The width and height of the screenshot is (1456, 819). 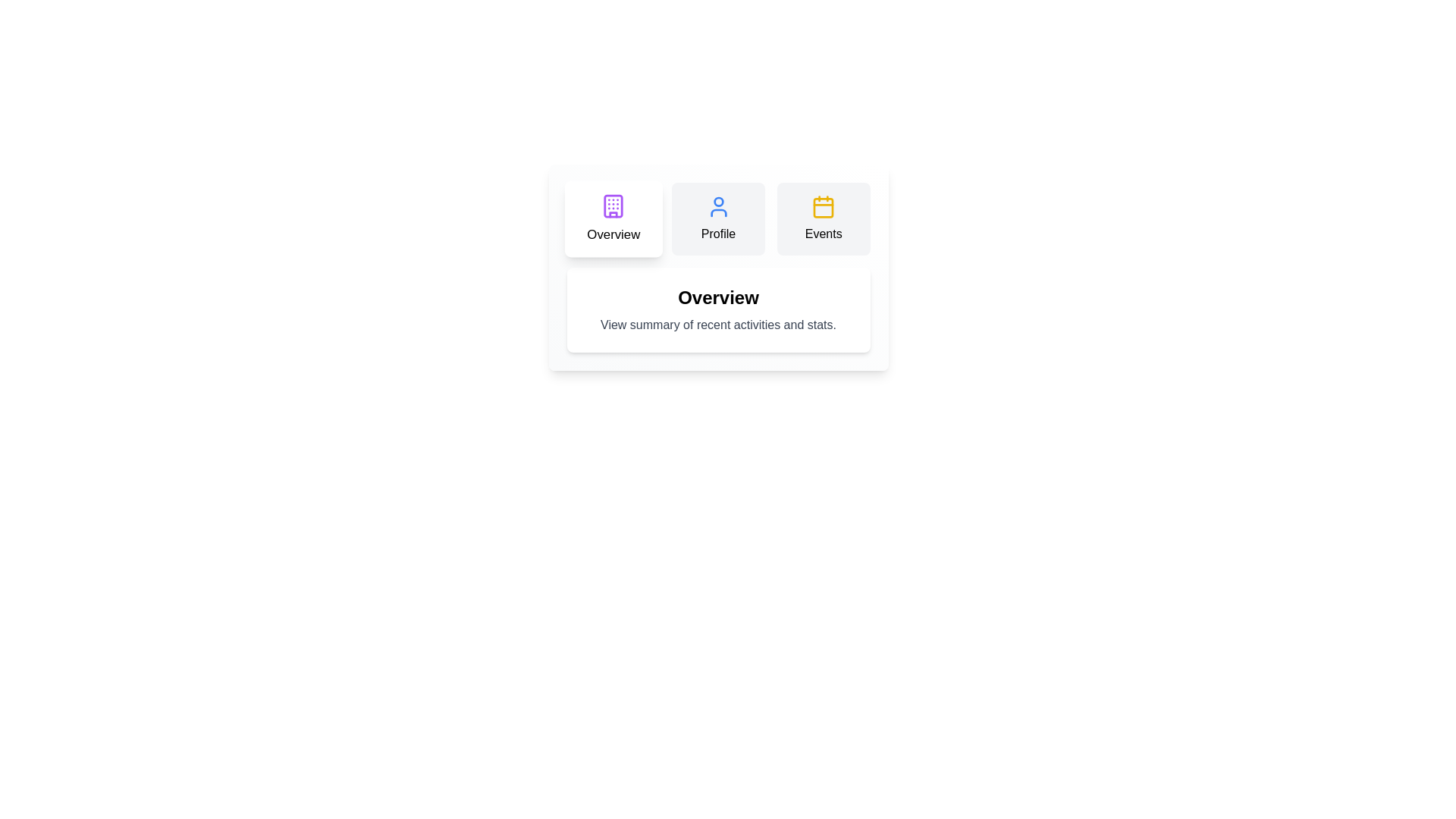 I want to click on the tab button labeled Events to switch to the corresponding tab, so click(x=823, y=219).